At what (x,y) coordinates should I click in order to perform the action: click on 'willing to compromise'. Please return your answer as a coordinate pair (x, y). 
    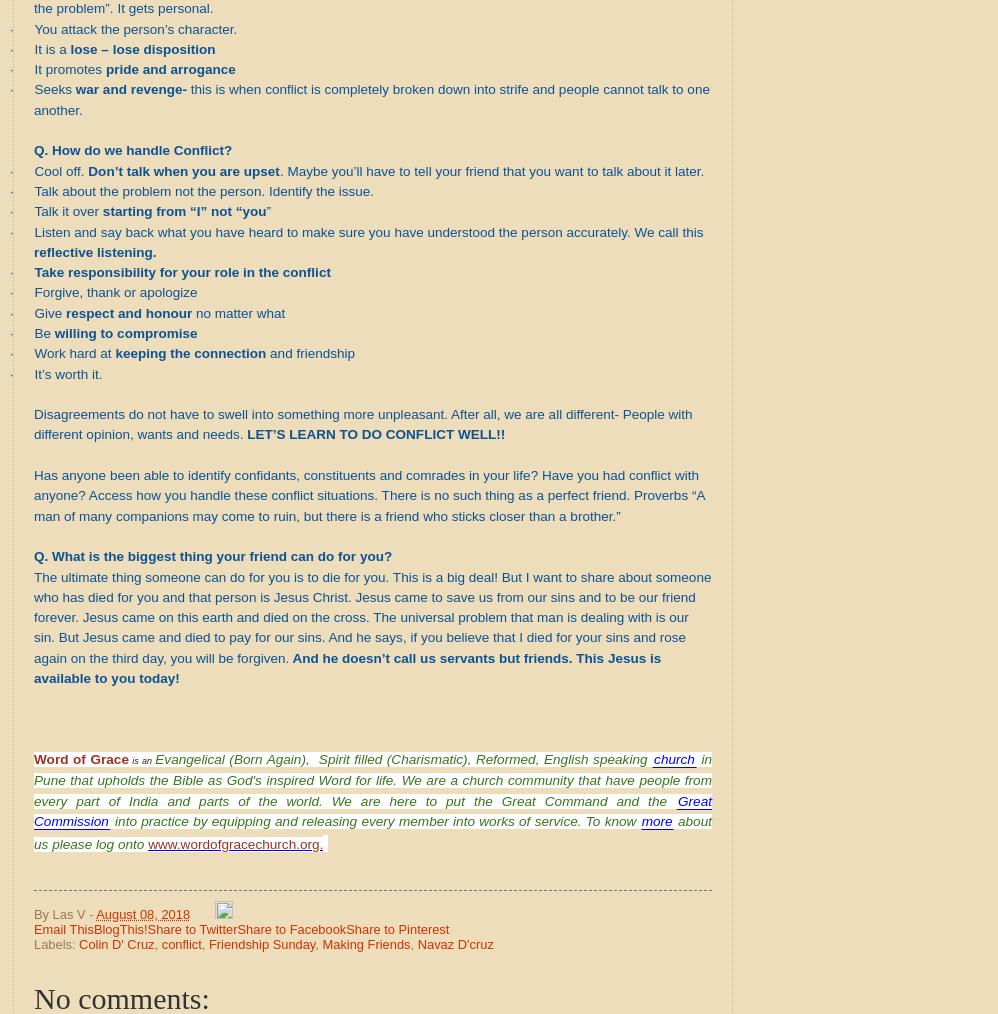
    Looking at the image, I should click on (125, 333).